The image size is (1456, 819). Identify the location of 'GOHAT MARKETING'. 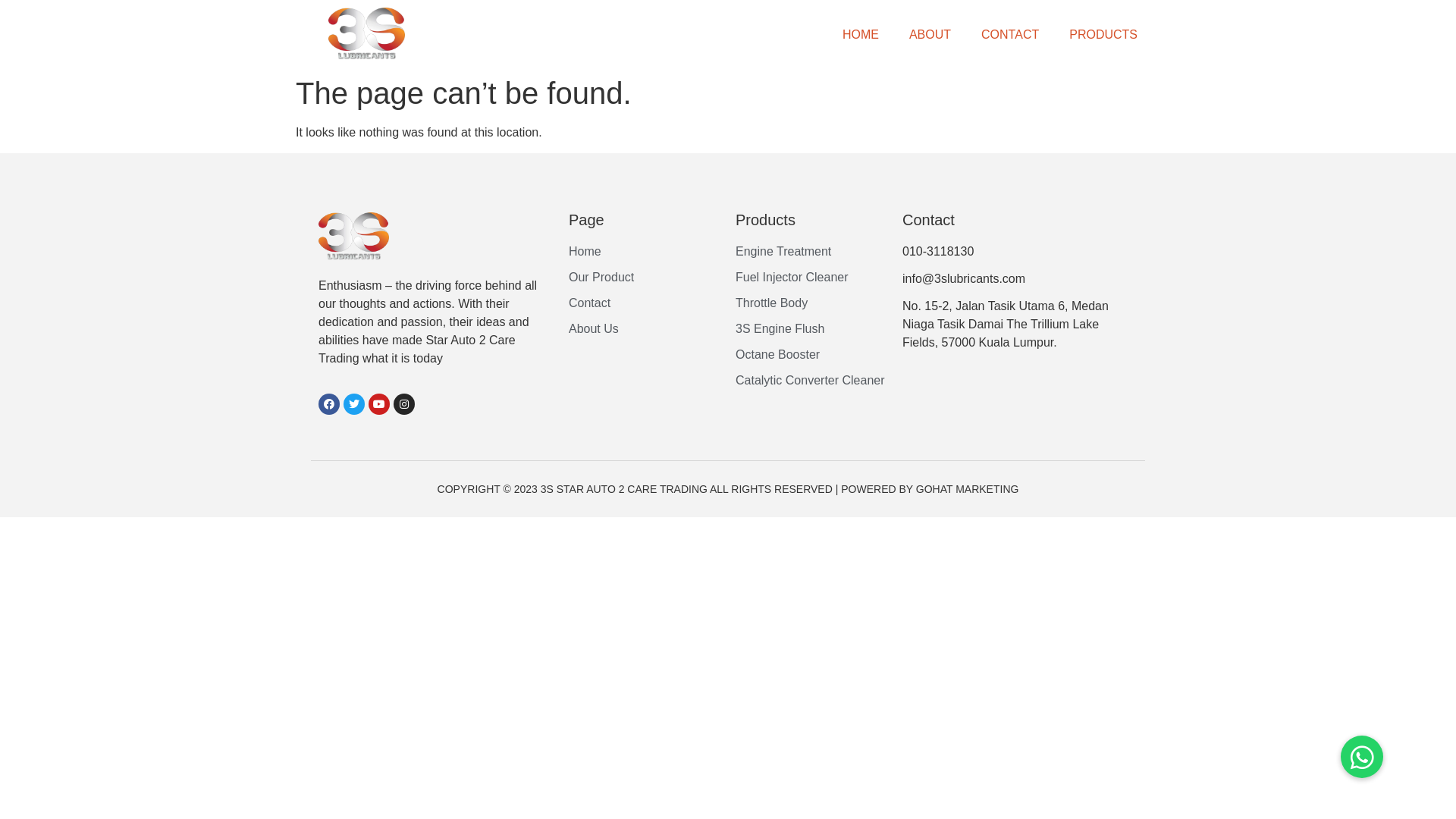
(967, 488).